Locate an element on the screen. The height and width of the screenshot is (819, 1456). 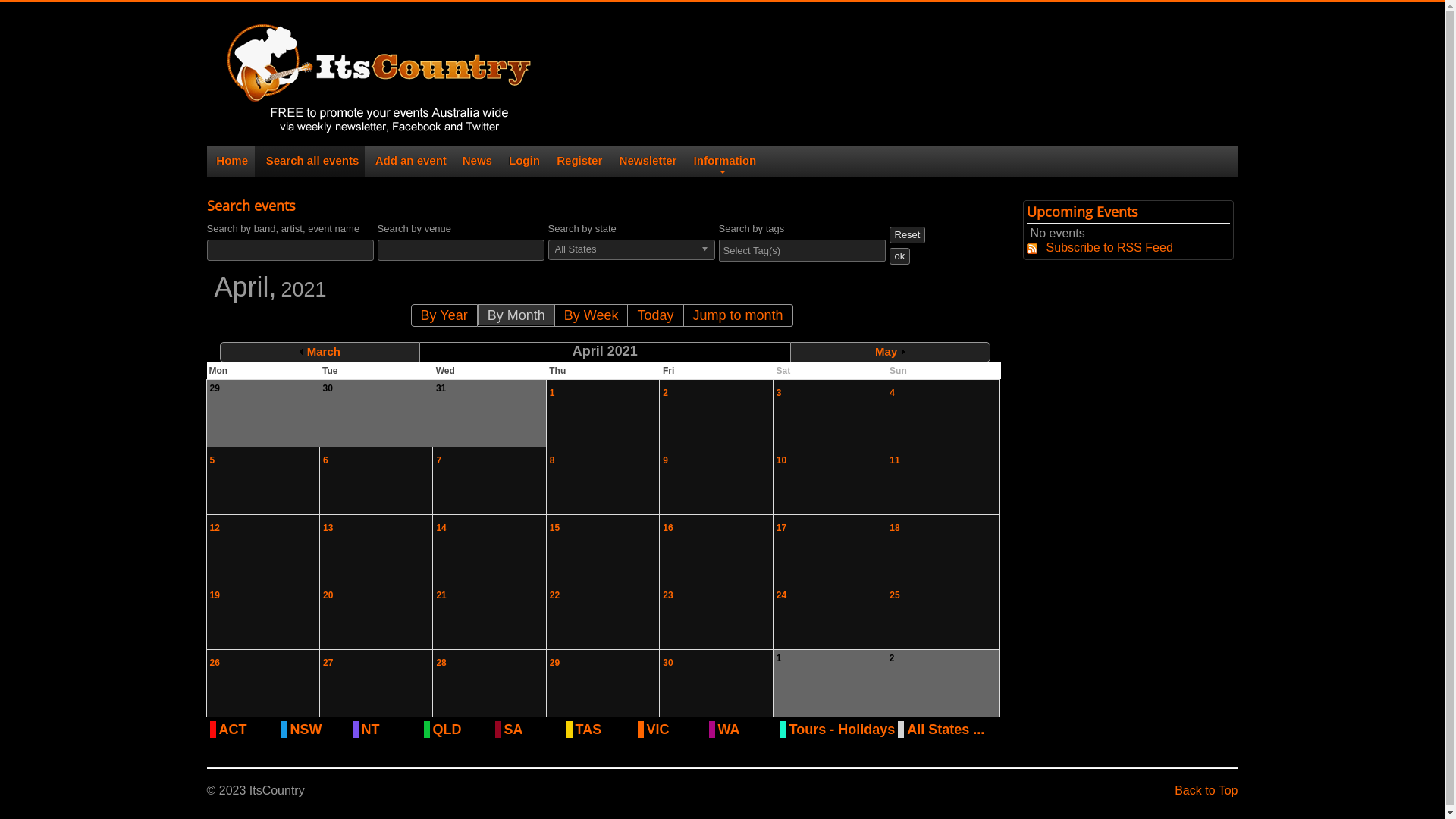
'NSW' is located at coordinates (318, 728).